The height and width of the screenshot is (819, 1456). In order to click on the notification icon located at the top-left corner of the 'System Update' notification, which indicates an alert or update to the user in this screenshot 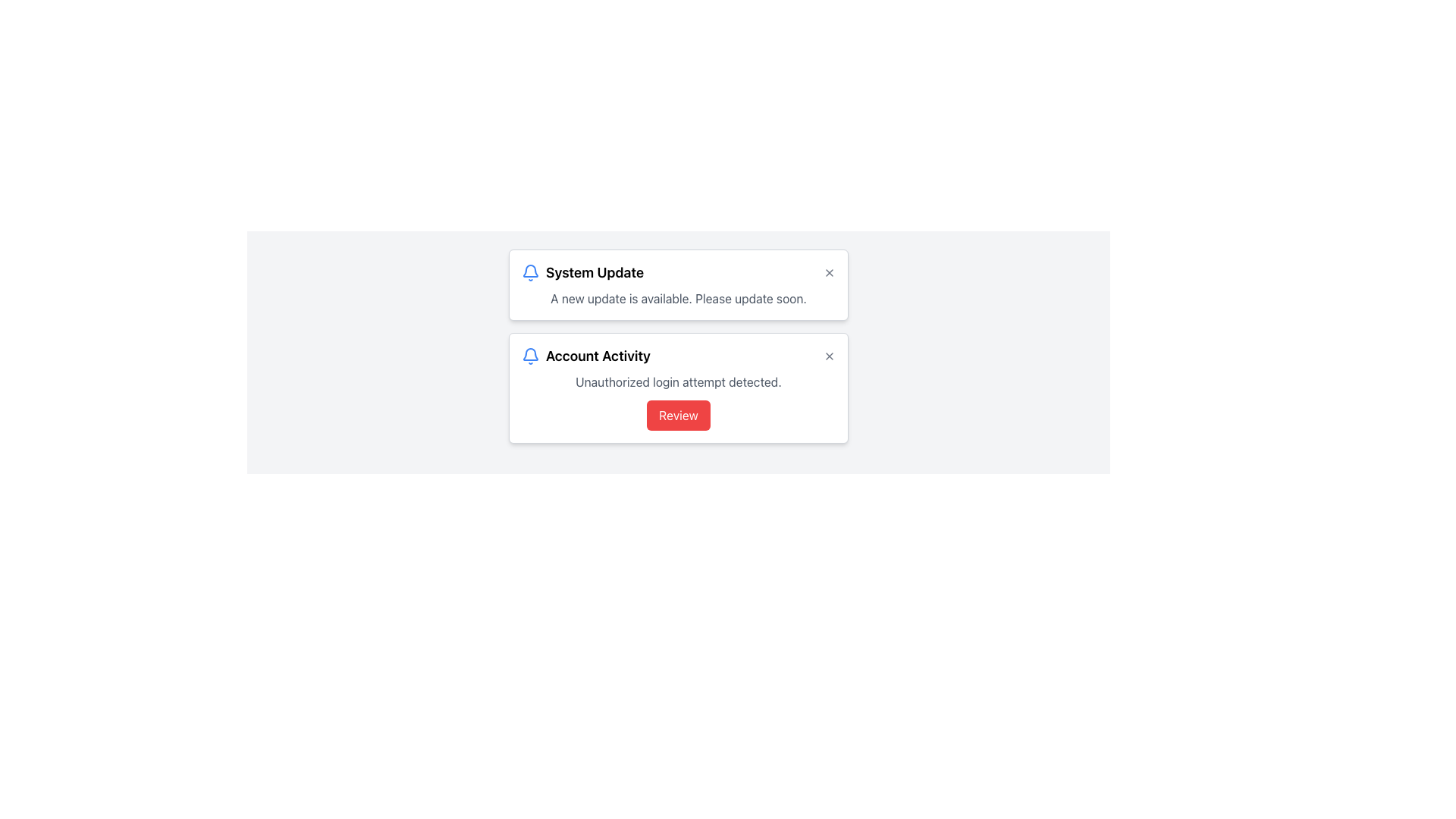, I will do `click(531, 271)`.